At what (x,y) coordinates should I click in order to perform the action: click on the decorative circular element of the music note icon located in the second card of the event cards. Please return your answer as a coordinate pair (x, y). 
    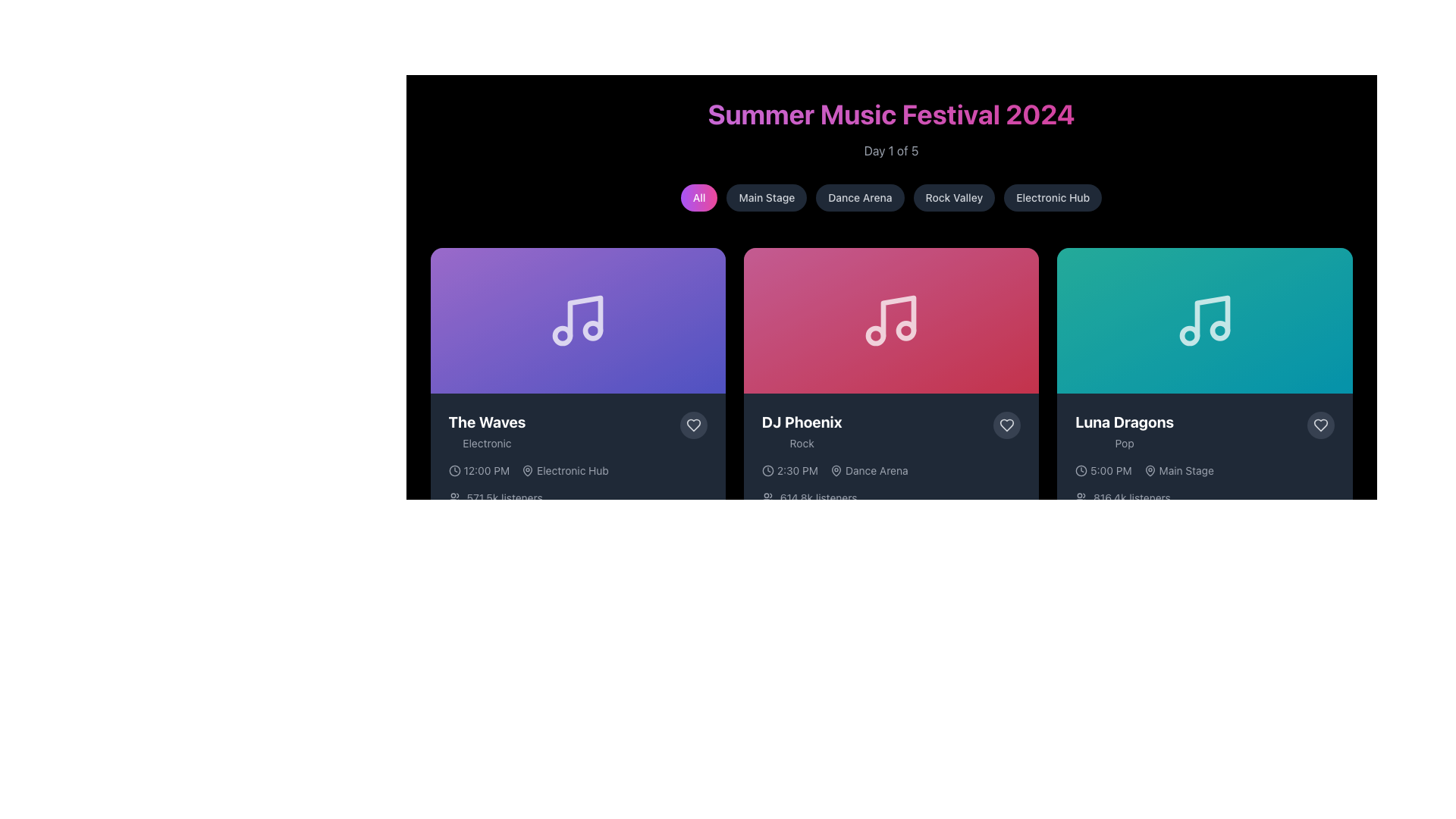
    Looking at the image, I should click on (876, 335).